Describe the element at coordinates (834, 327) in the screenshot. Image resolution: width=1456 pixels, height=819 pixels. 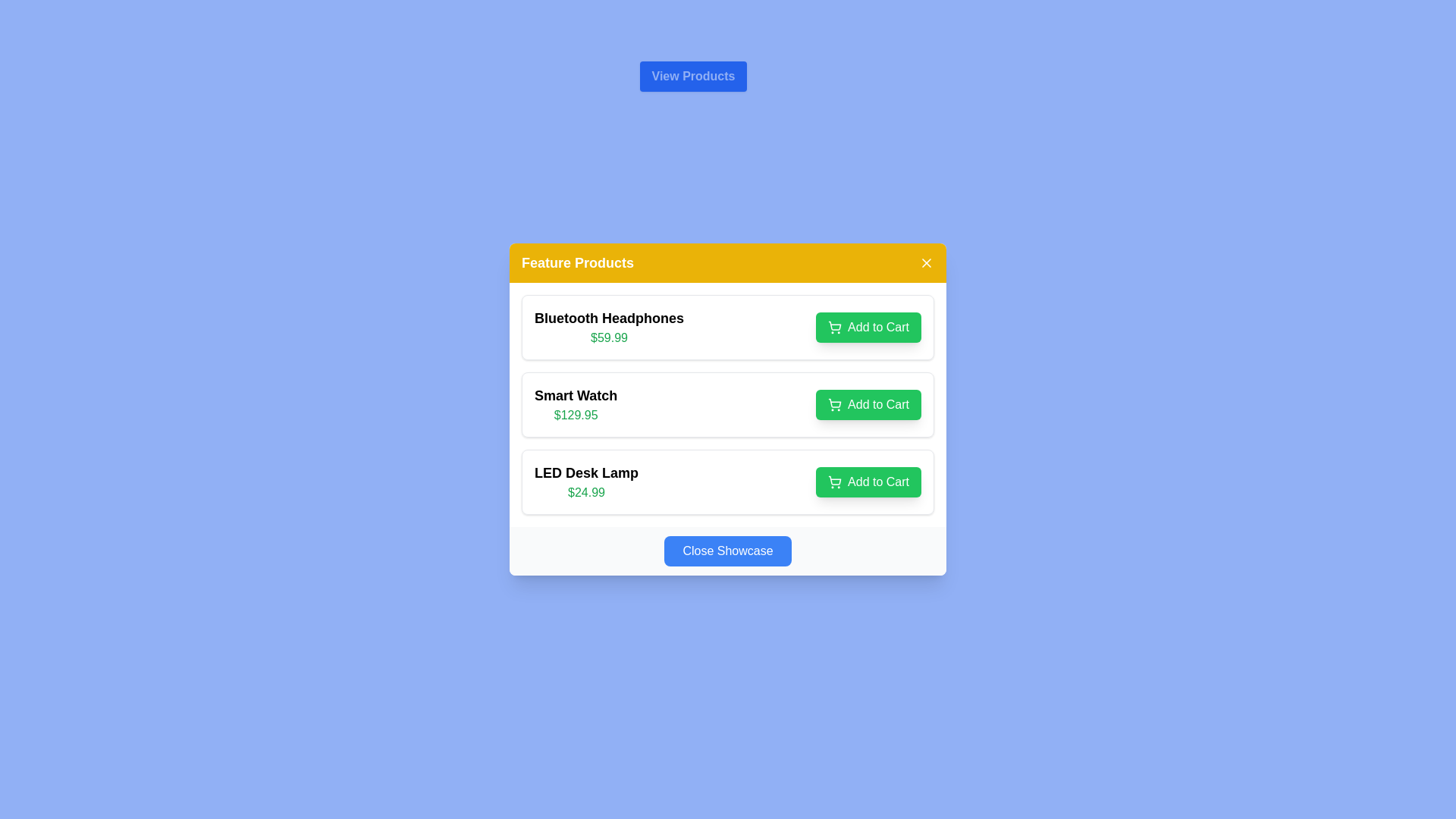
I see `the shopping cart icon, which is part of the 'Add to Cart' button for the first product 'Bluetooth Headphones' in the 'Feature Products' section` at that location.